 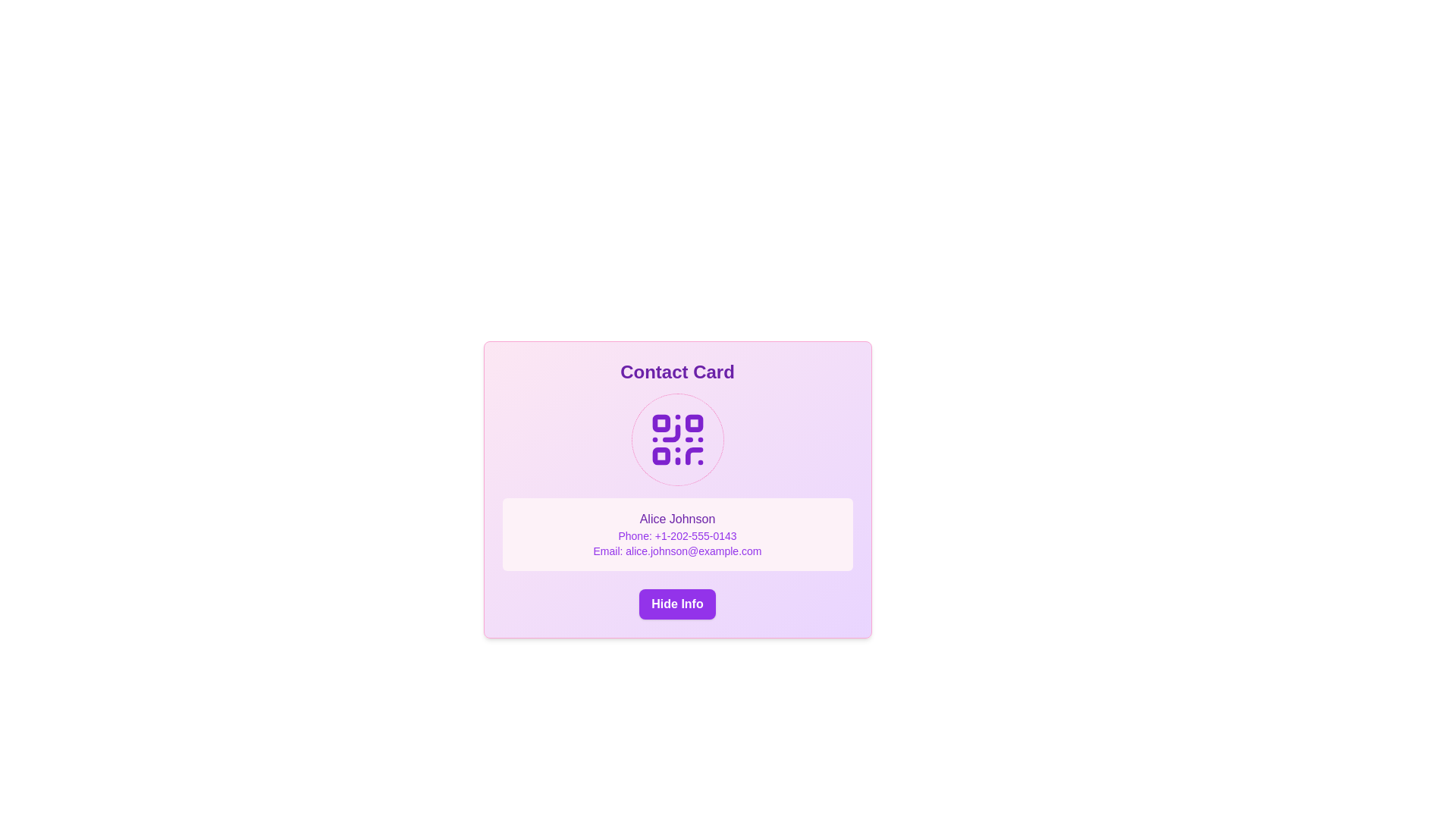 I want to click on the text label displaying 'Phone: +1-202-555-0143', which is centrally aligned and styled in purple, positioned between 'Alice Johnson' and 'Email: alice.johnson@example.com', so click(x=676, y=535).